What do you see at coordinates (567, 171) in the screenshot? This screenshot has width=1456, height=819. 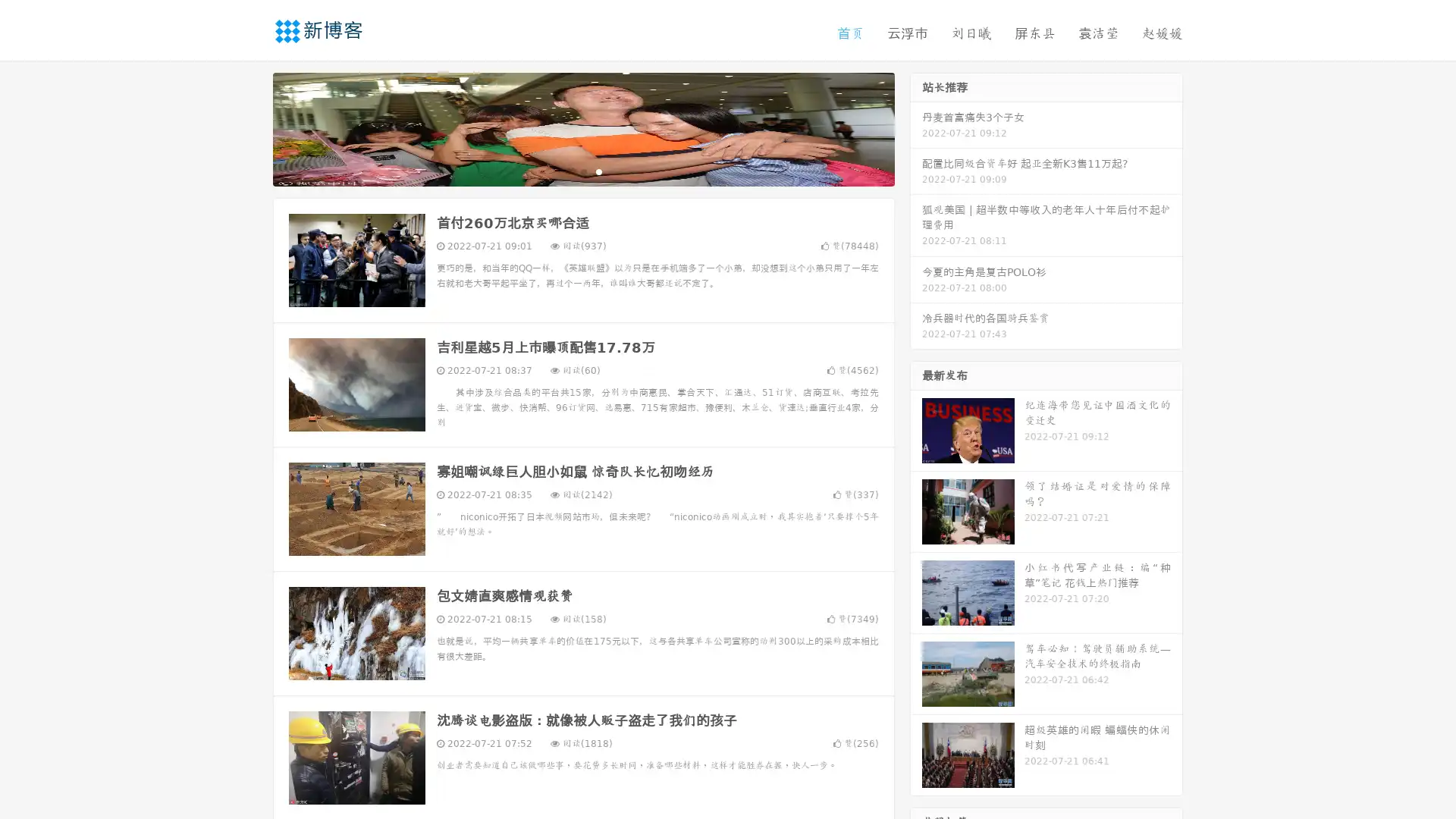 I see `Go to slide 1` at bounding box center [567, 171].